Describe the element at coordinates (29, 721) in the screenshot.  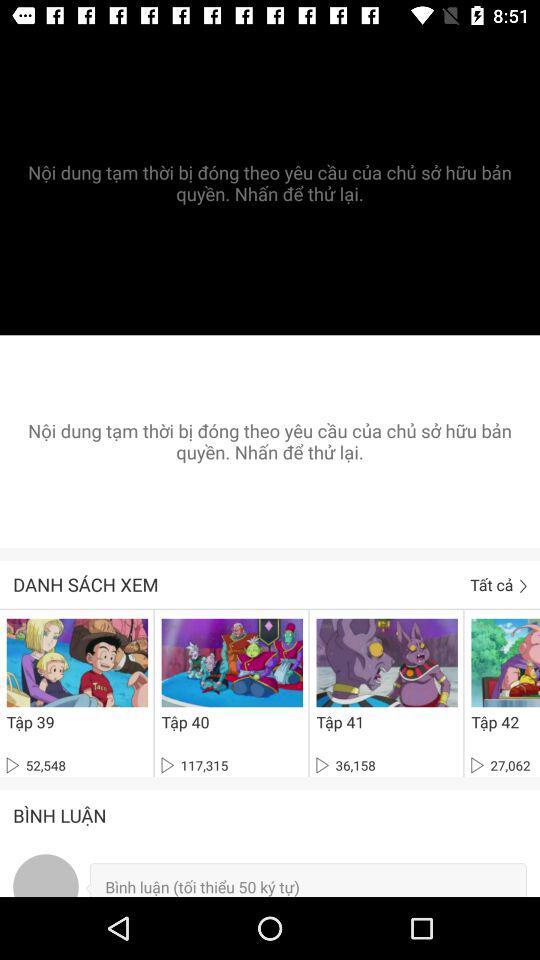
I see `item above the 52,548 icon` at that location.